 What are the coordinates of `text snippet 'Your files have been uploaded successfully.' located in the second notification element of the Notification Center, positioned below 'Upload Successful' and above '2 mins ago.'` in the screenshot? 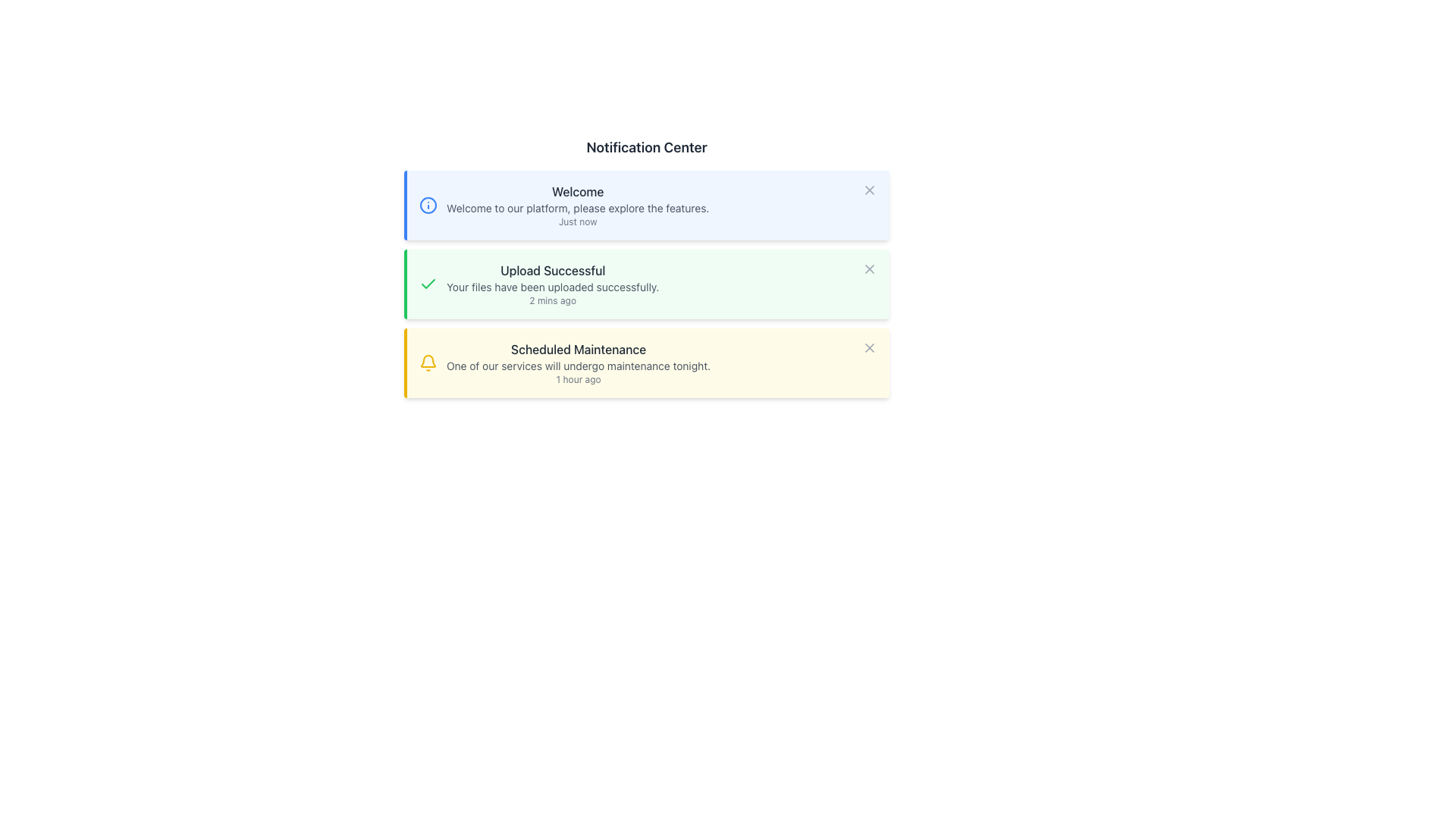 It's located at (552, 287).